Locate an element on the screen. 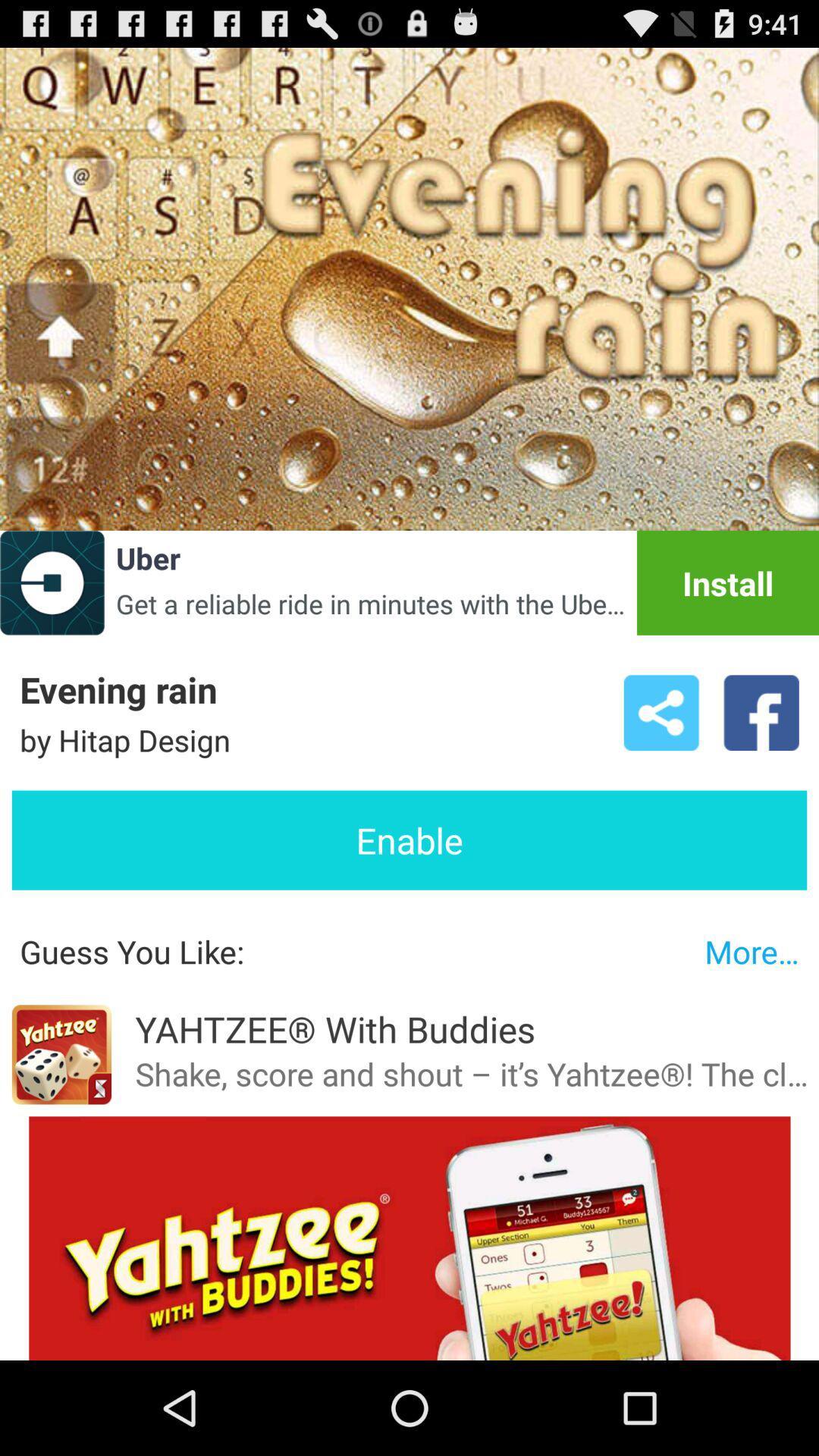 The width and height of the screenshot is (819, 1456). the icon to the right of by hitap design is located at coordinates (661, 712).